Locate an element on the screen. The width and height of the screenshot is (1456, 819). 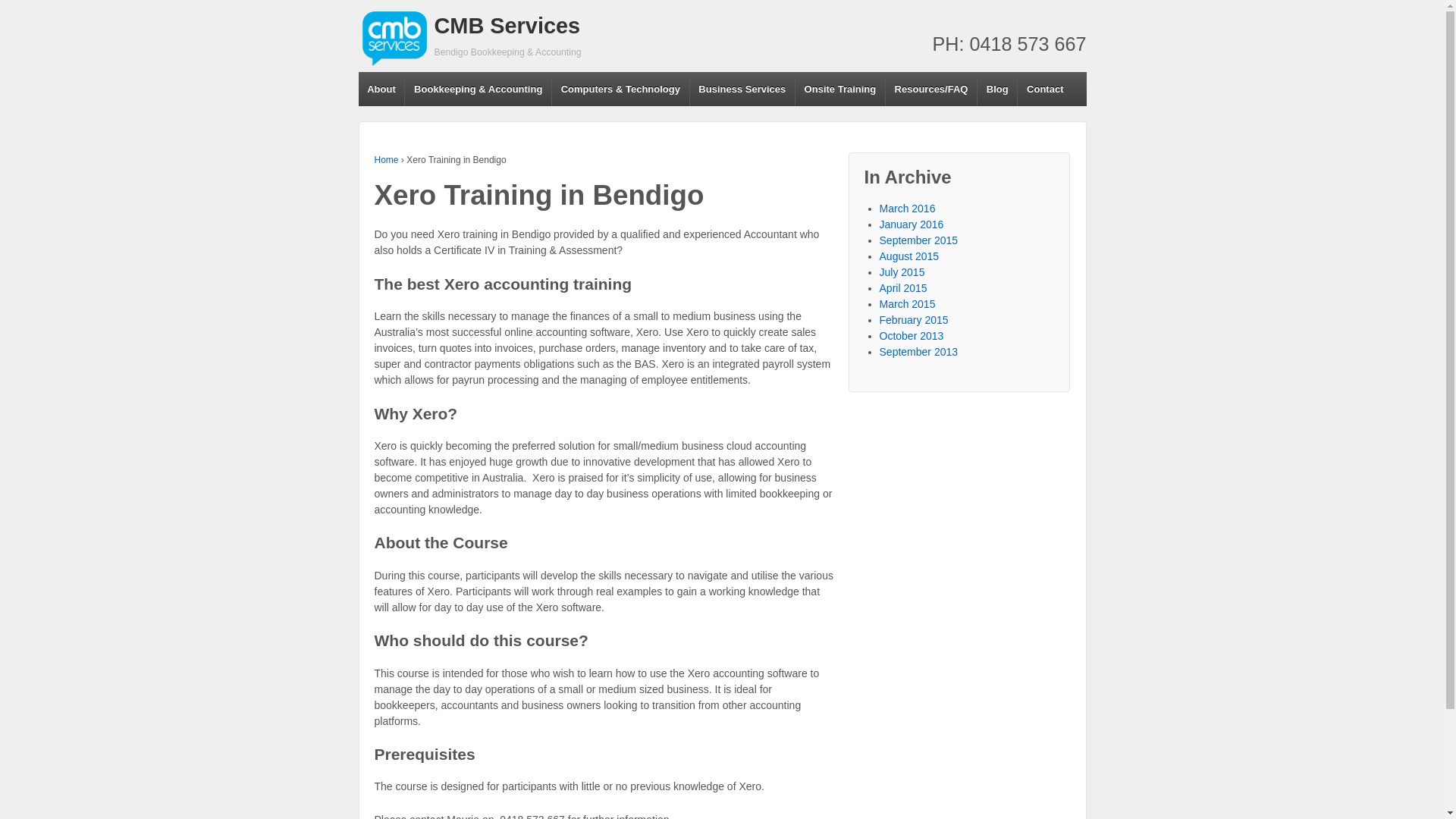
'Contact' is located at coordinates (1043, 89).